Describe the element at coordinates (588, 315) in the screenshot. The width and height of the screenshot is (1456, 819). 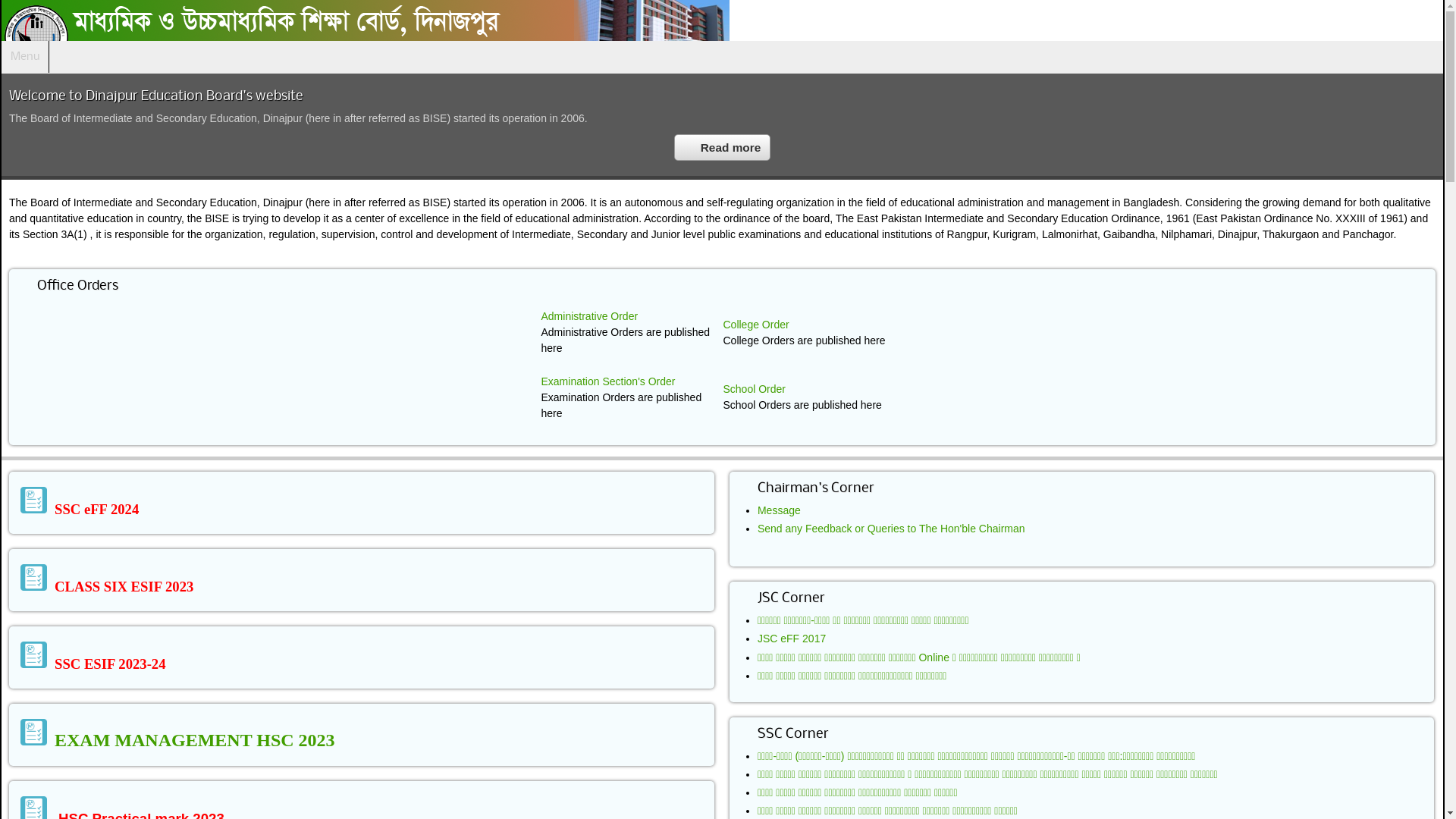
I see `'Administrative Order'` at that location.